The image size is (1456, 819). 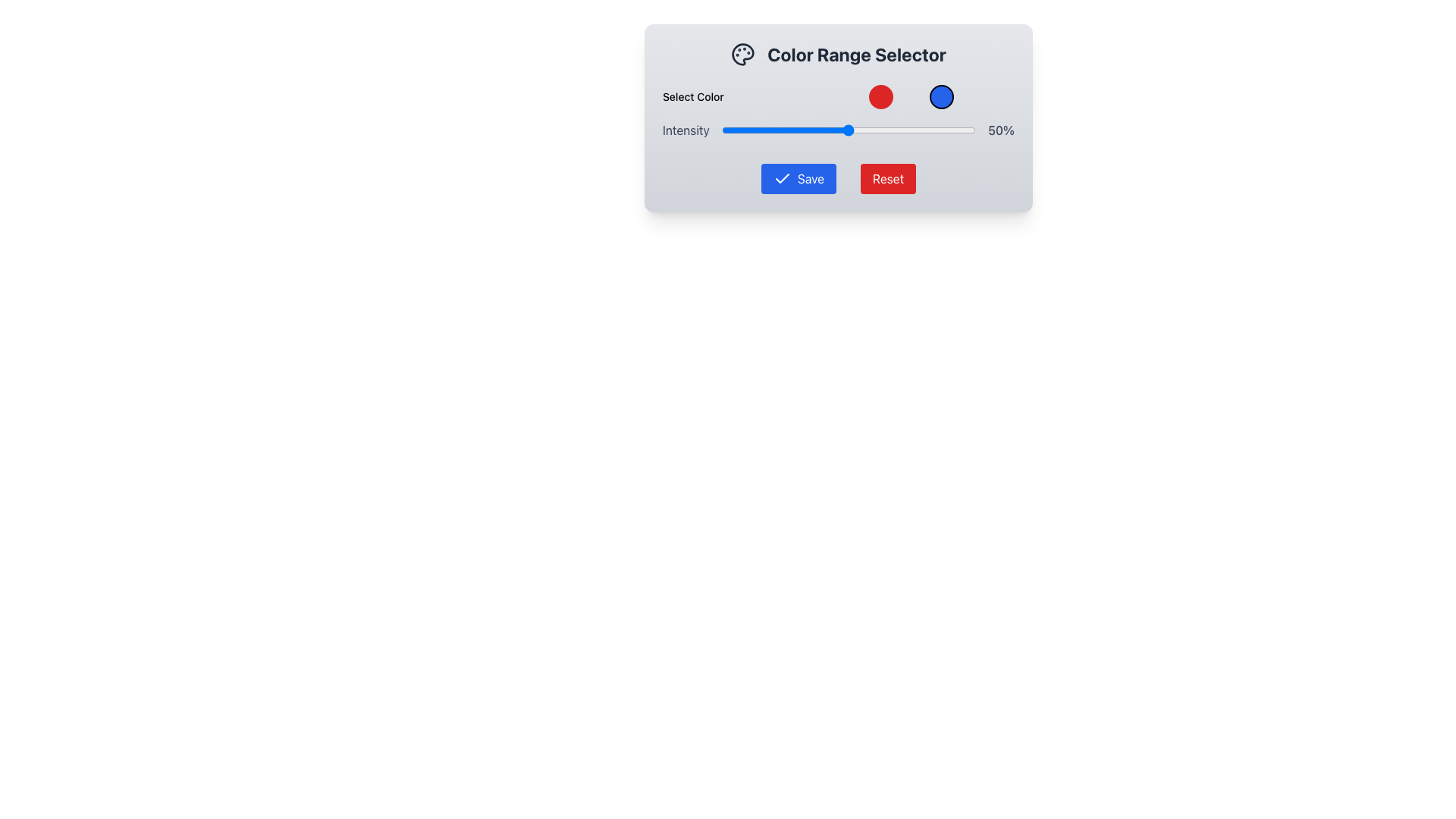 What do you see at coordinates (837, 96) in the screenshot?
I see `the selectable color indicator, a small blue sphere outlined in black, located under the 'Select Color' heading` at bounding box center [837, 96].